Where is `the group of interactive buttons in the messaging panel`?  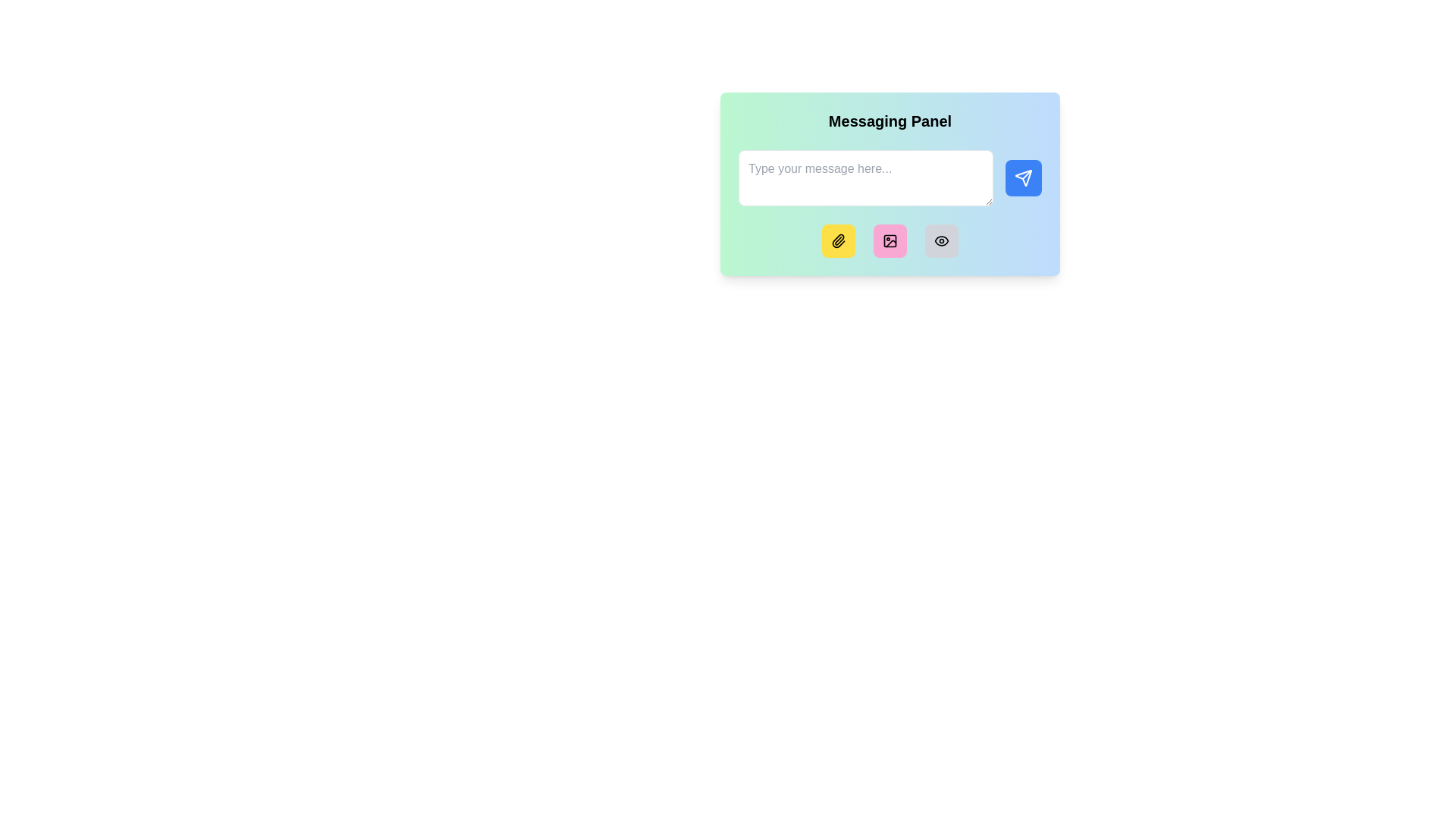
the group of interactive buttons in the messaging panel is located at coordinates (890, 240).